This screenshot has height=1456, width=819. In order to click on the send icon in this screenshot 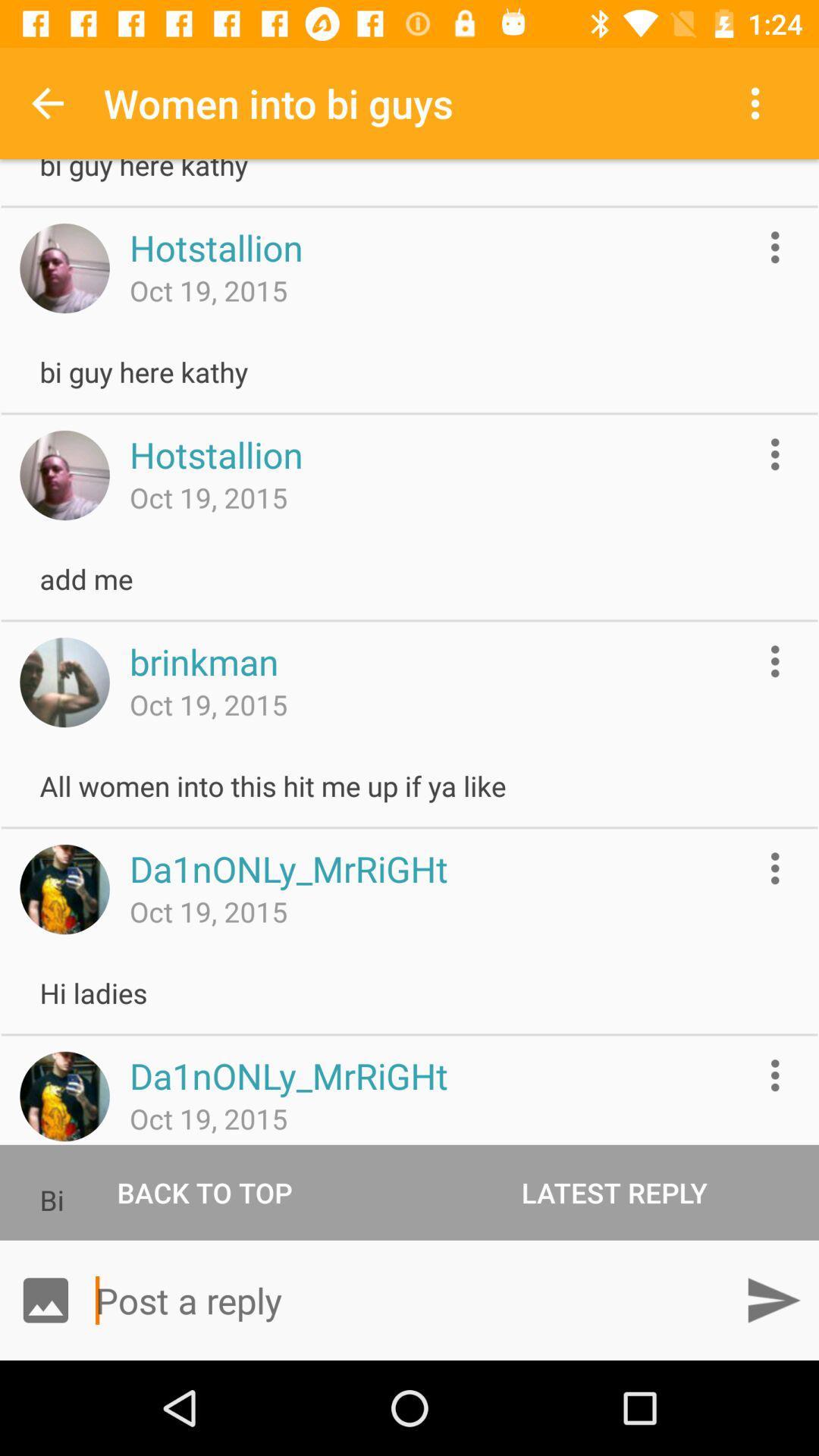, I will do `click(773, 1299)`.